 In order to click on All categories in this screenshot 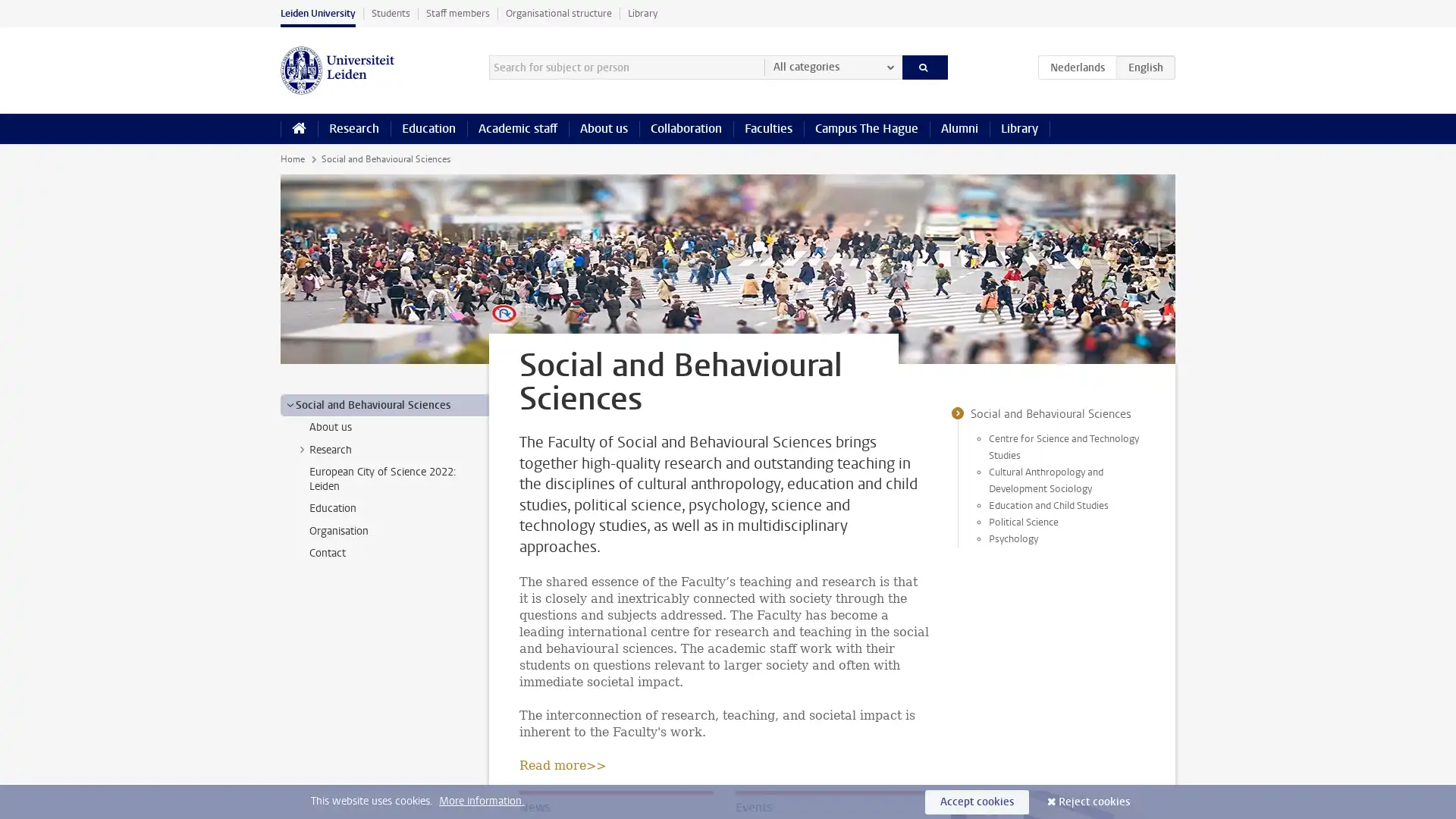, I will do `click(832, 66)`.